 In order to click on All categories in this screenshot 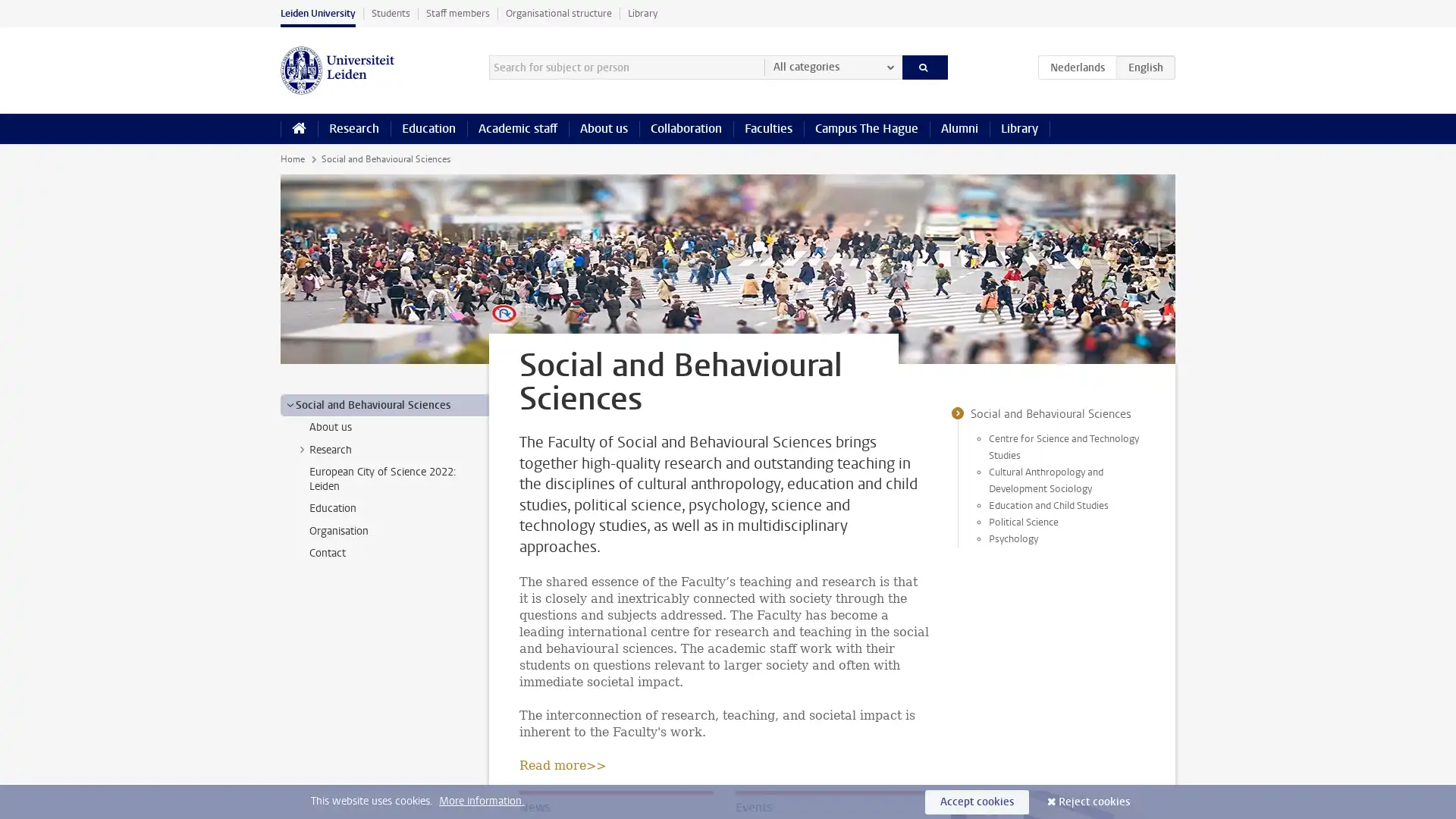, I will do `click(832, 66)`.